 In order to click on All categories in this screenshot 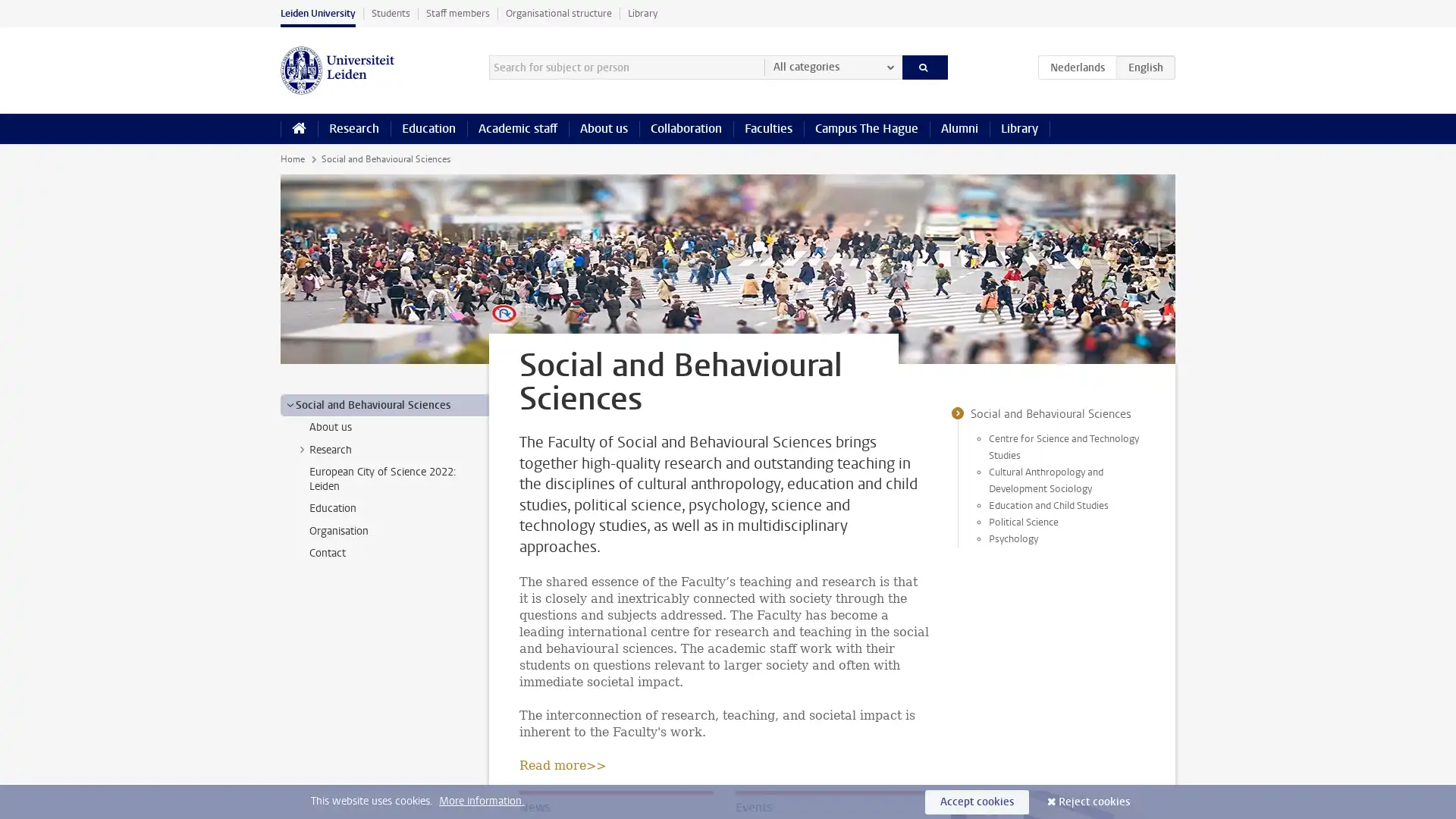, I will do `click(832, 66)`.